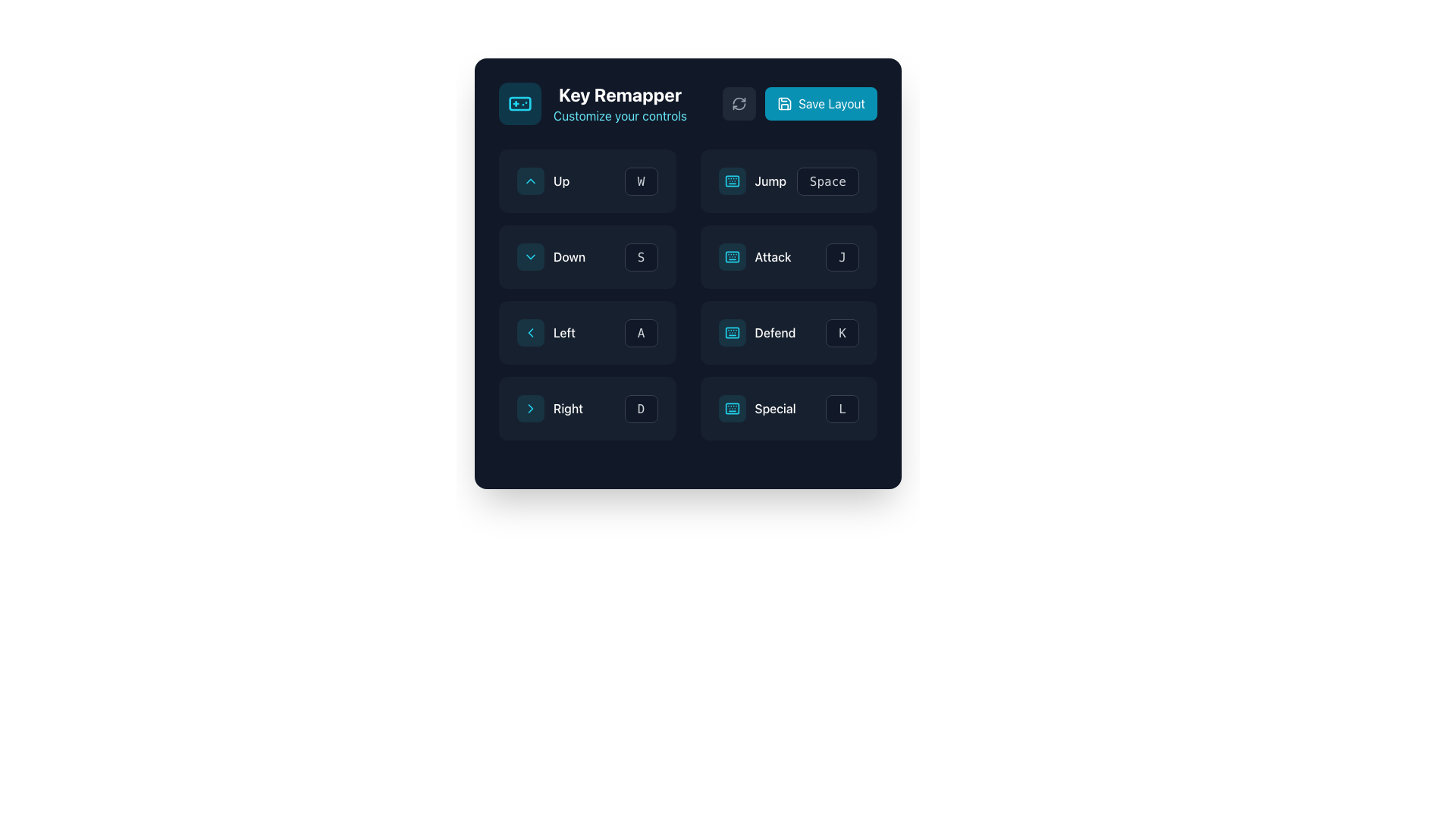 The height and width of the screenshot is (819, 1456). I want to click on the 'Jump' key binding button located in the key remapping section, so click(827, 180).